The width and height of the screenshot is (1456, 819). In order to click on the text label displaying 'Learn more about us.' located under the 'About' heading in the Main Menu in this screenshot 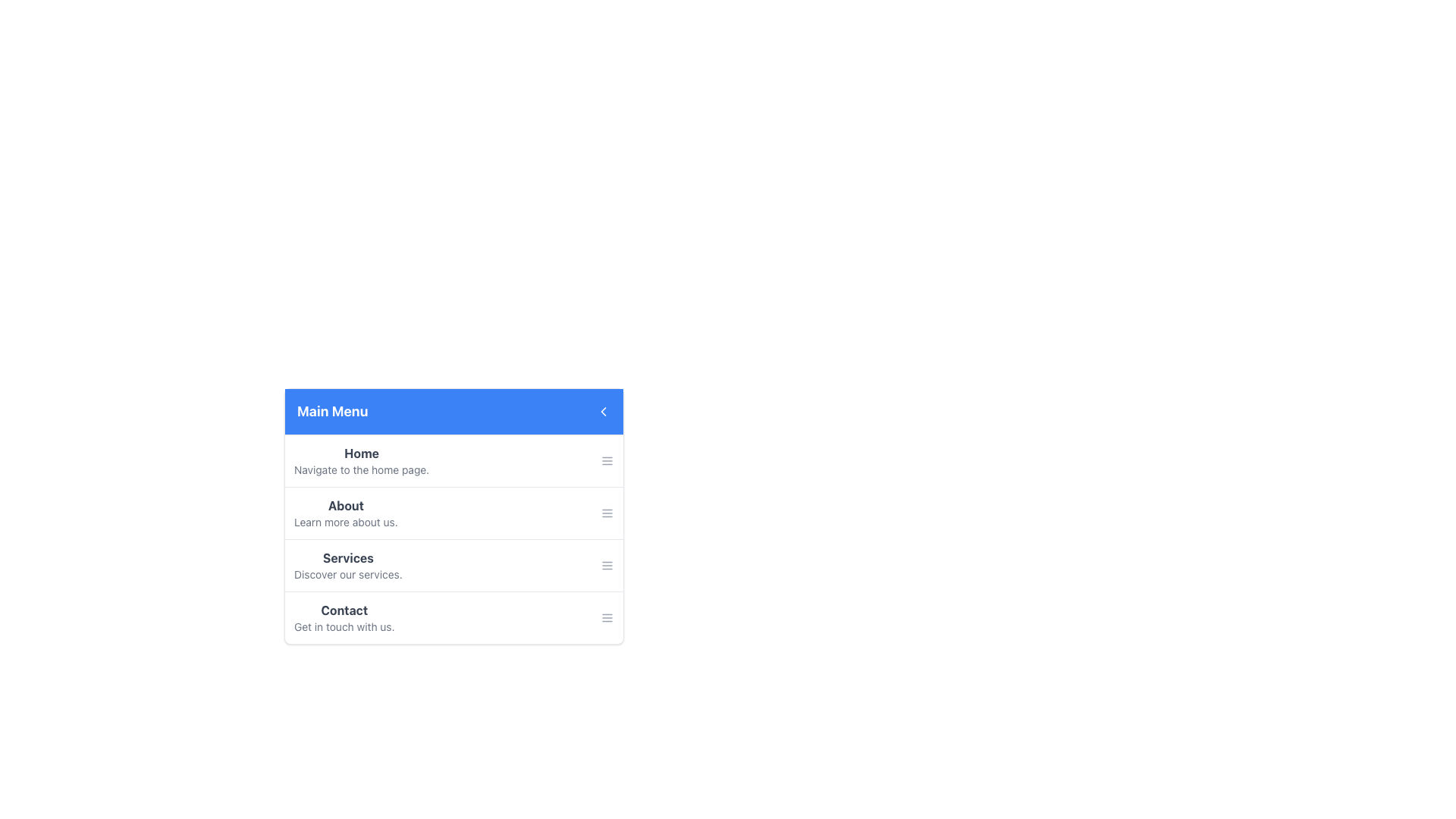, I will do `click(345, 522)`.